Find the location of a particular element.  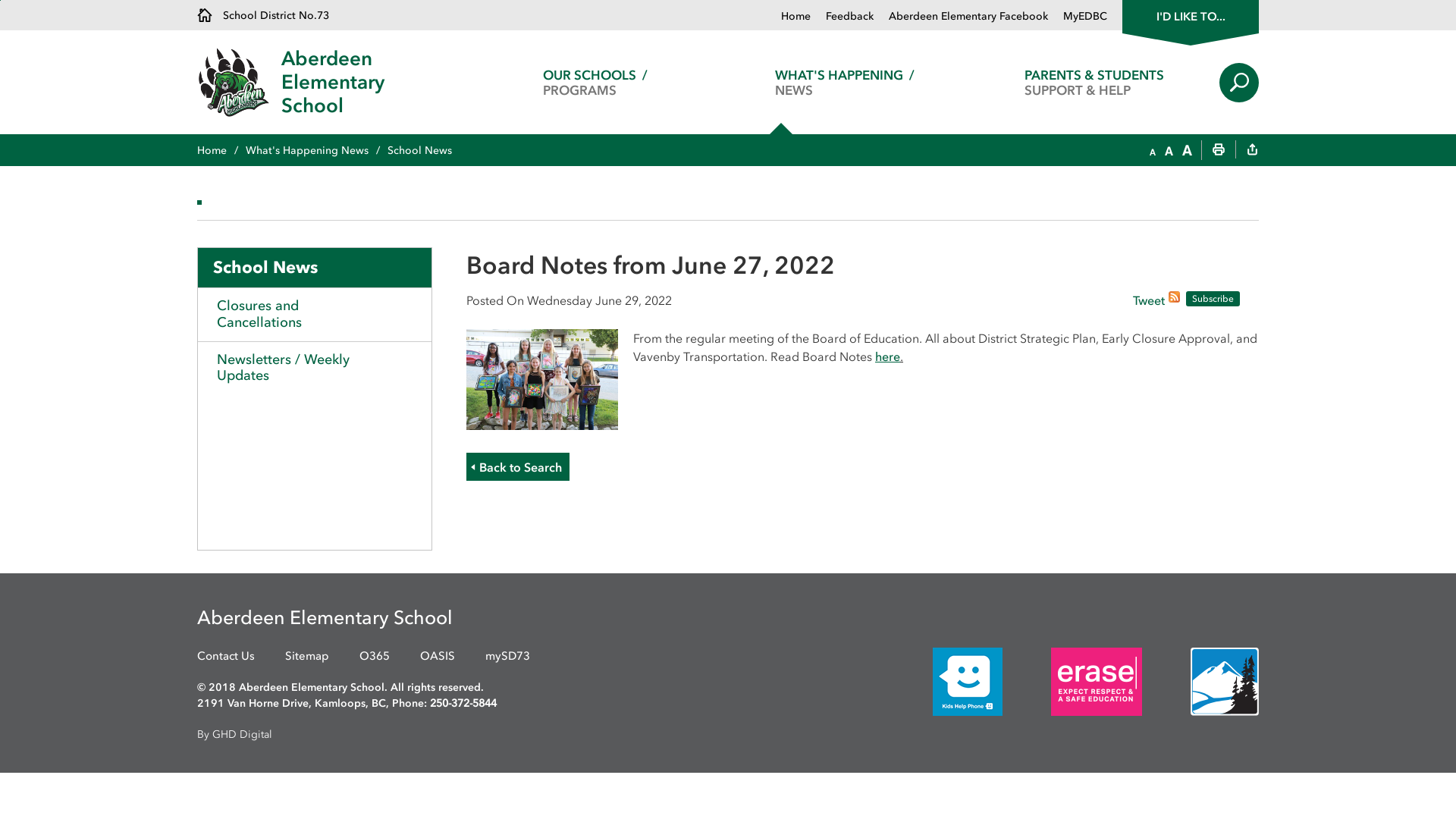

'here' is located at coordinates (887, 356).